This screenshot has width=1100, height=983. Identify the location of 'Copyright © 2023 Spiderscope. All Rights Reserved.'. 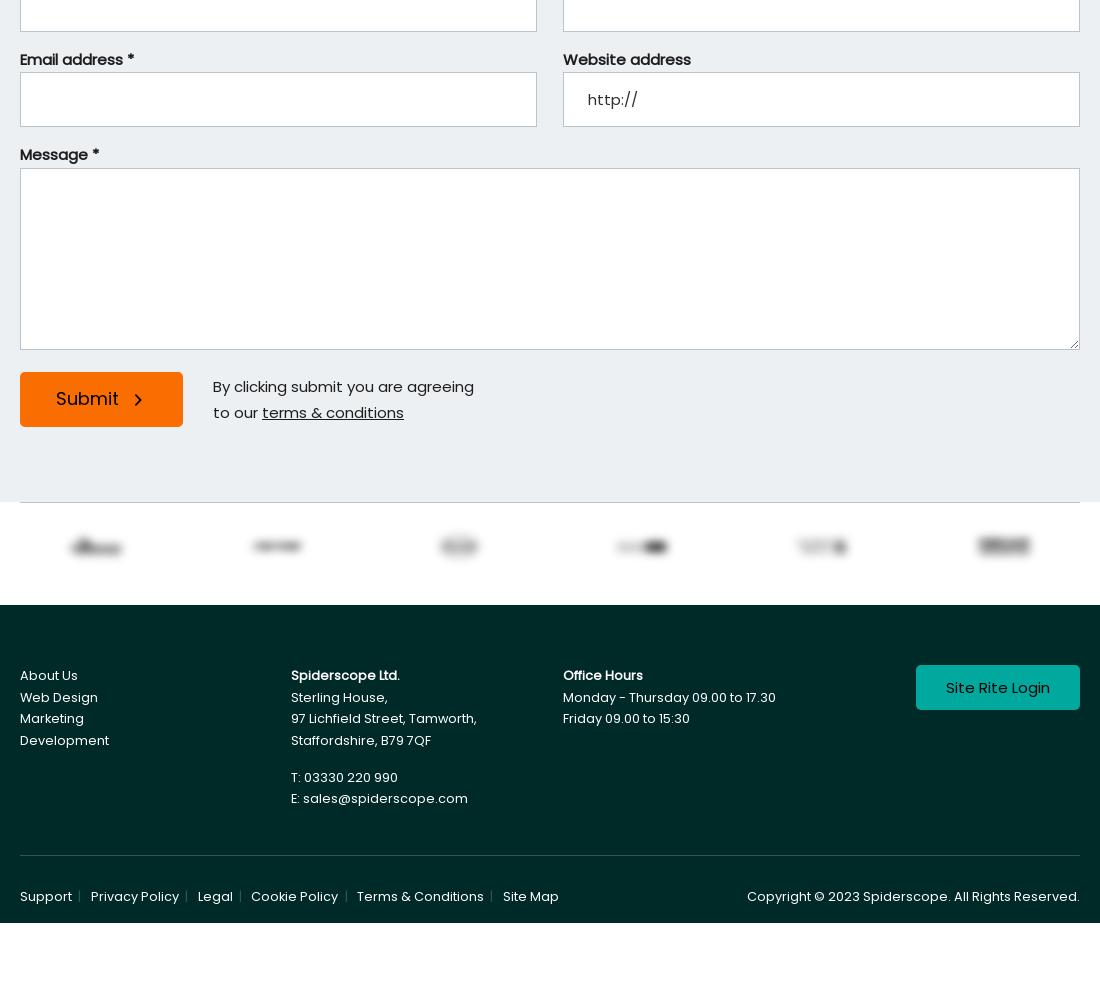
(913, 896).